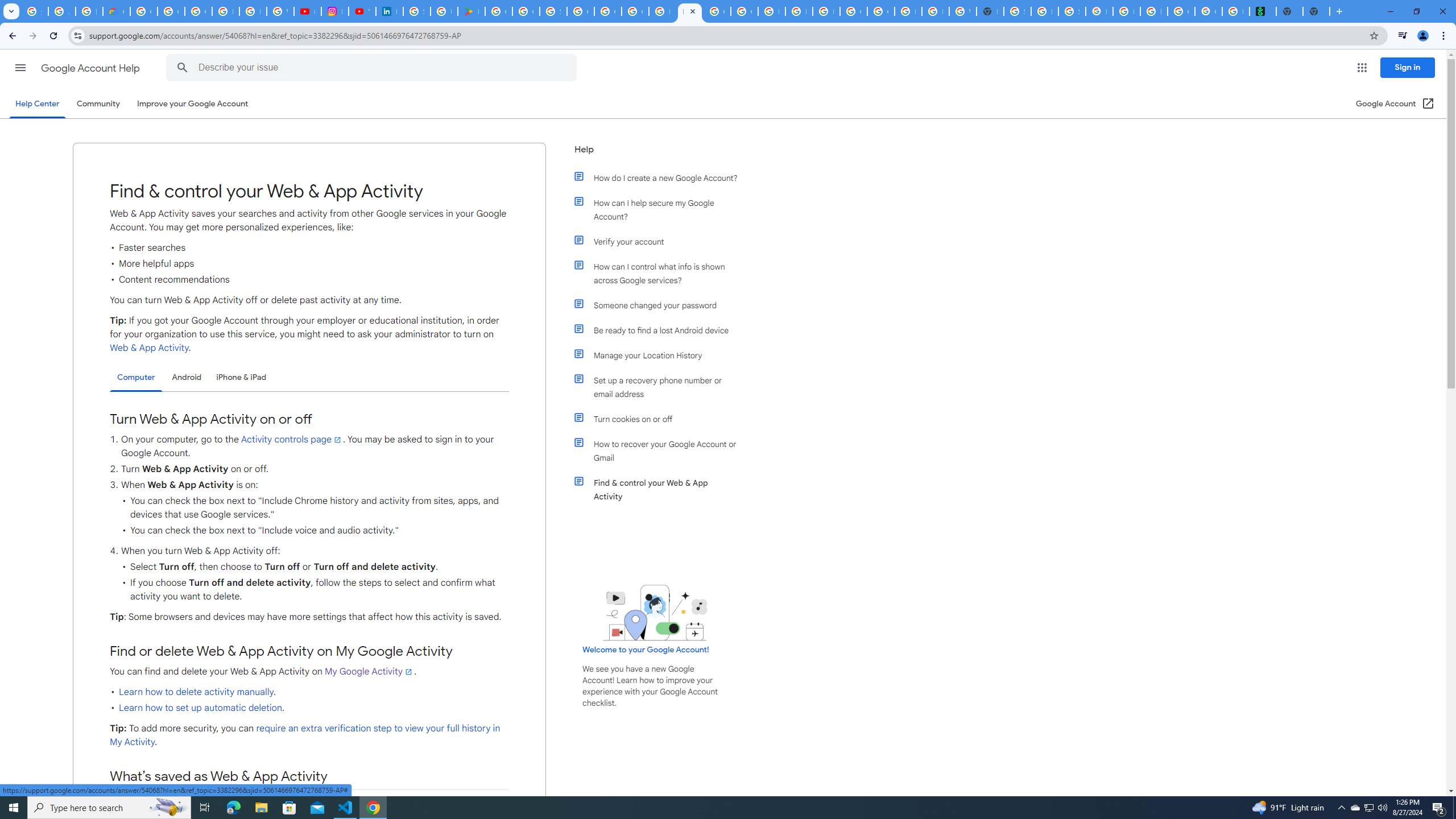 The height and width of the screenshot is (819, 1456). Describe the element at coordinates (645, 649) in the screenshot. I see `'Welcome to your Google Account!'` at that location.